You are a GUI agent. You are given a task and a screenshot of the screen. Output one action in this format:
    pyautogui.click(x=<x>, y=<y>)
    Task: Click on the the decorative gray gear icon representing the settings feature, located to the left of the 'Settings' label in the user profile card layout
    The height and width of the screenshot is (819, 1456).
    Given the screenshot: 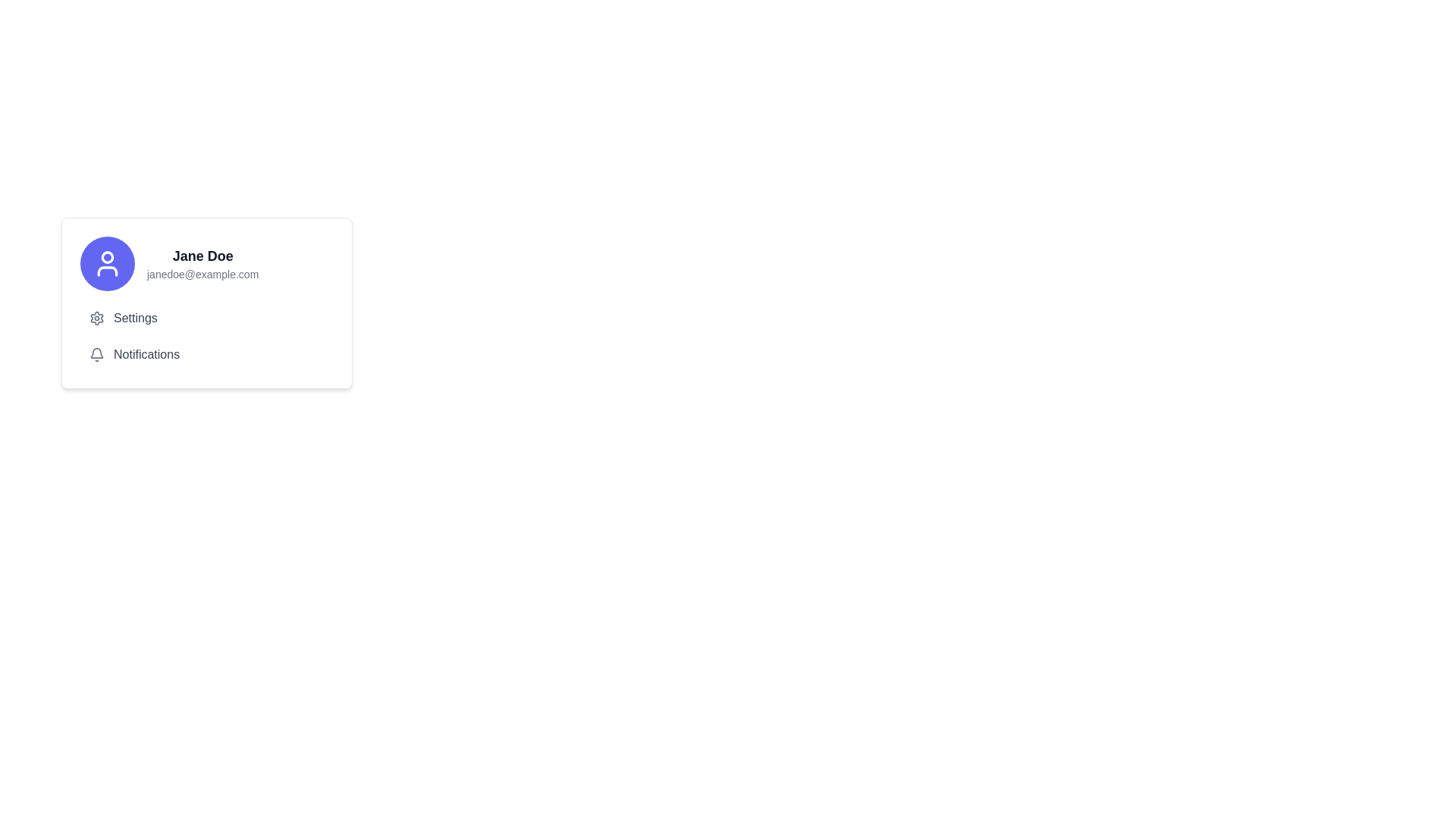 What is the action you would take?
    pyautogui.click(x=96, y=318)
    